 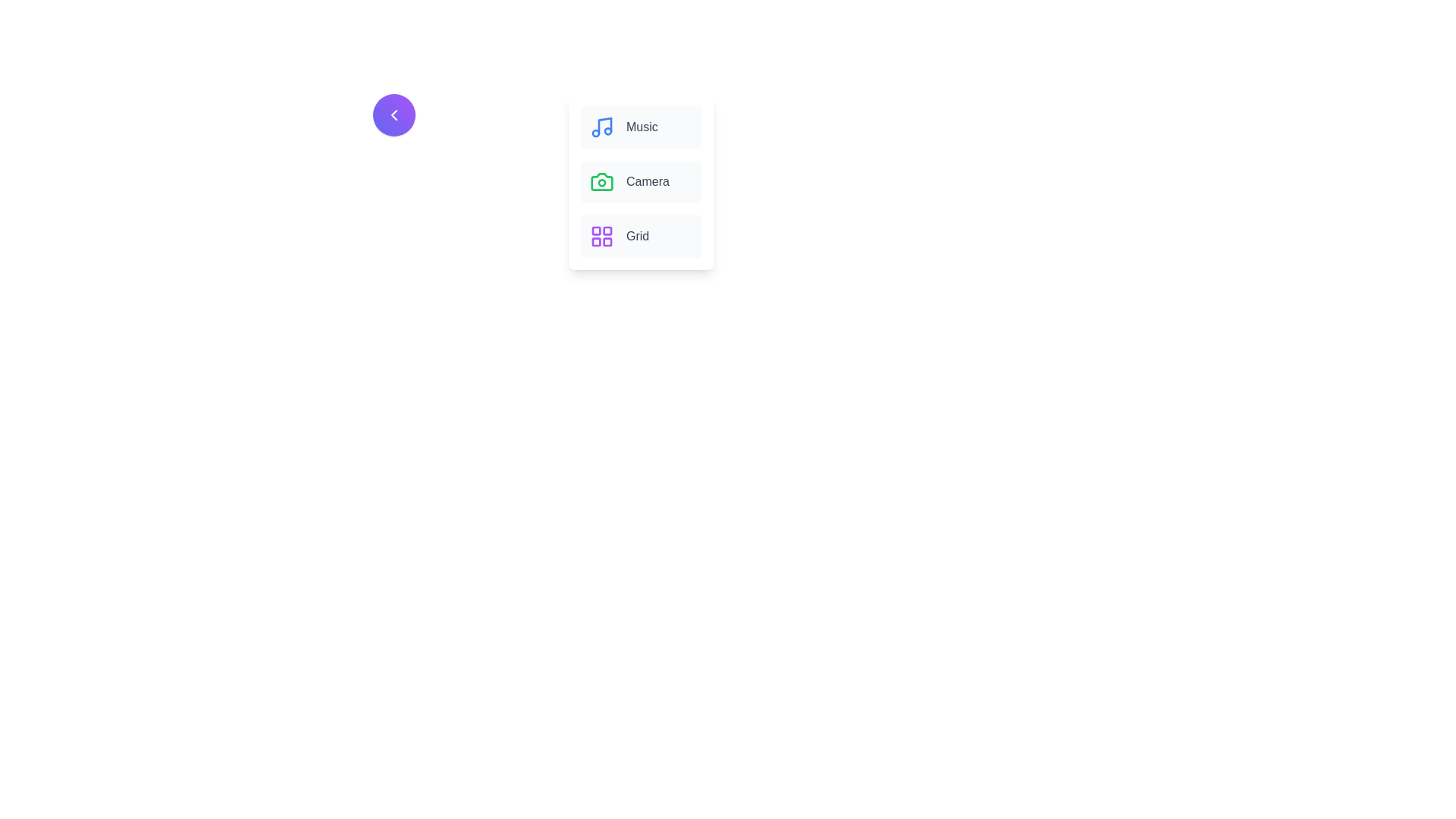 I want to click on the menu item labeled Music by clicking on it, so click(x=641, y=127).